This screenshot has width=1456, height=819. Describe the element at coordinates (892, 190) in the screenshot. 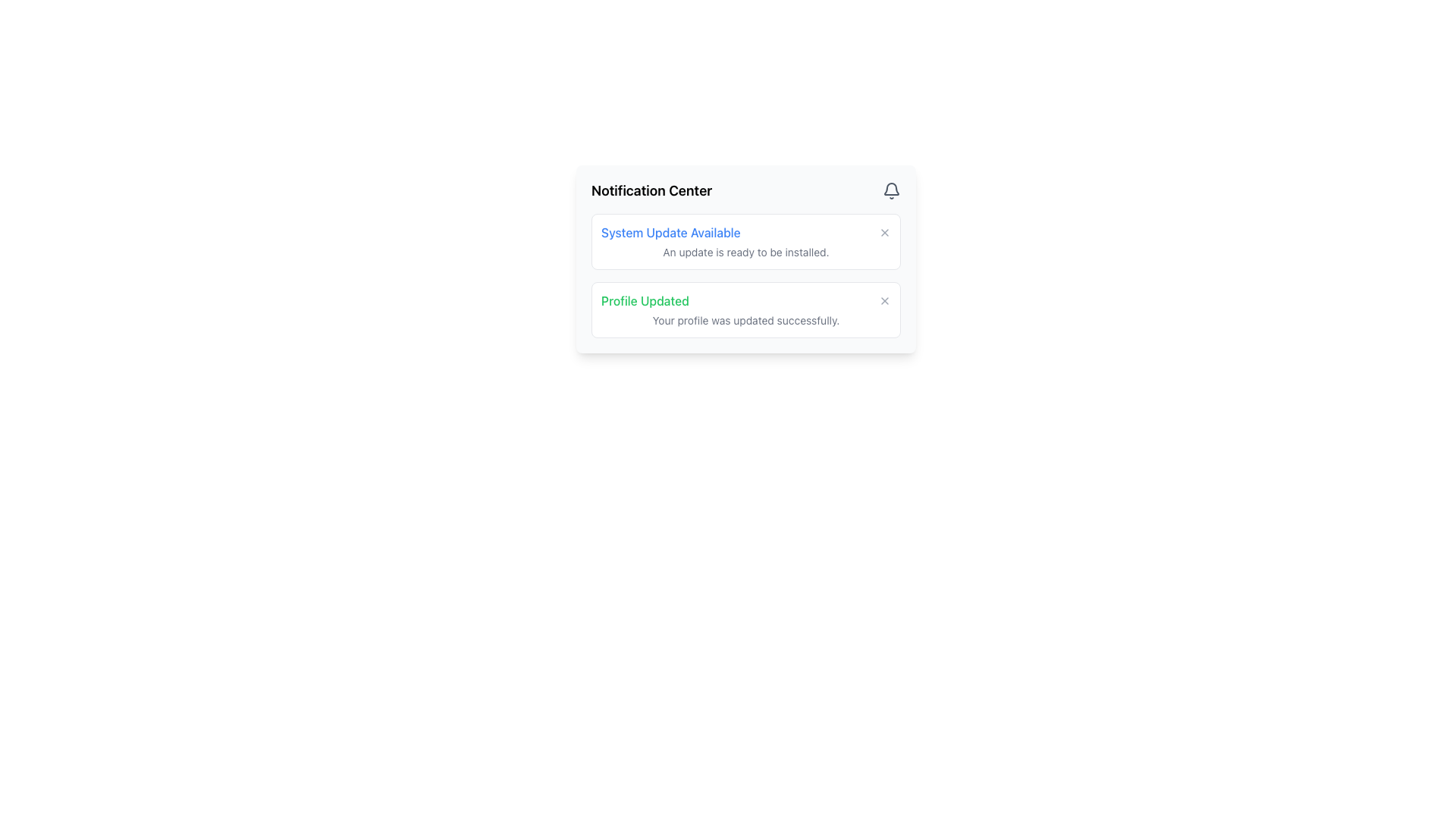

I see `the bell-shaped gray icon with minimalist design located at the far-right of the Notification Center header` at that location.